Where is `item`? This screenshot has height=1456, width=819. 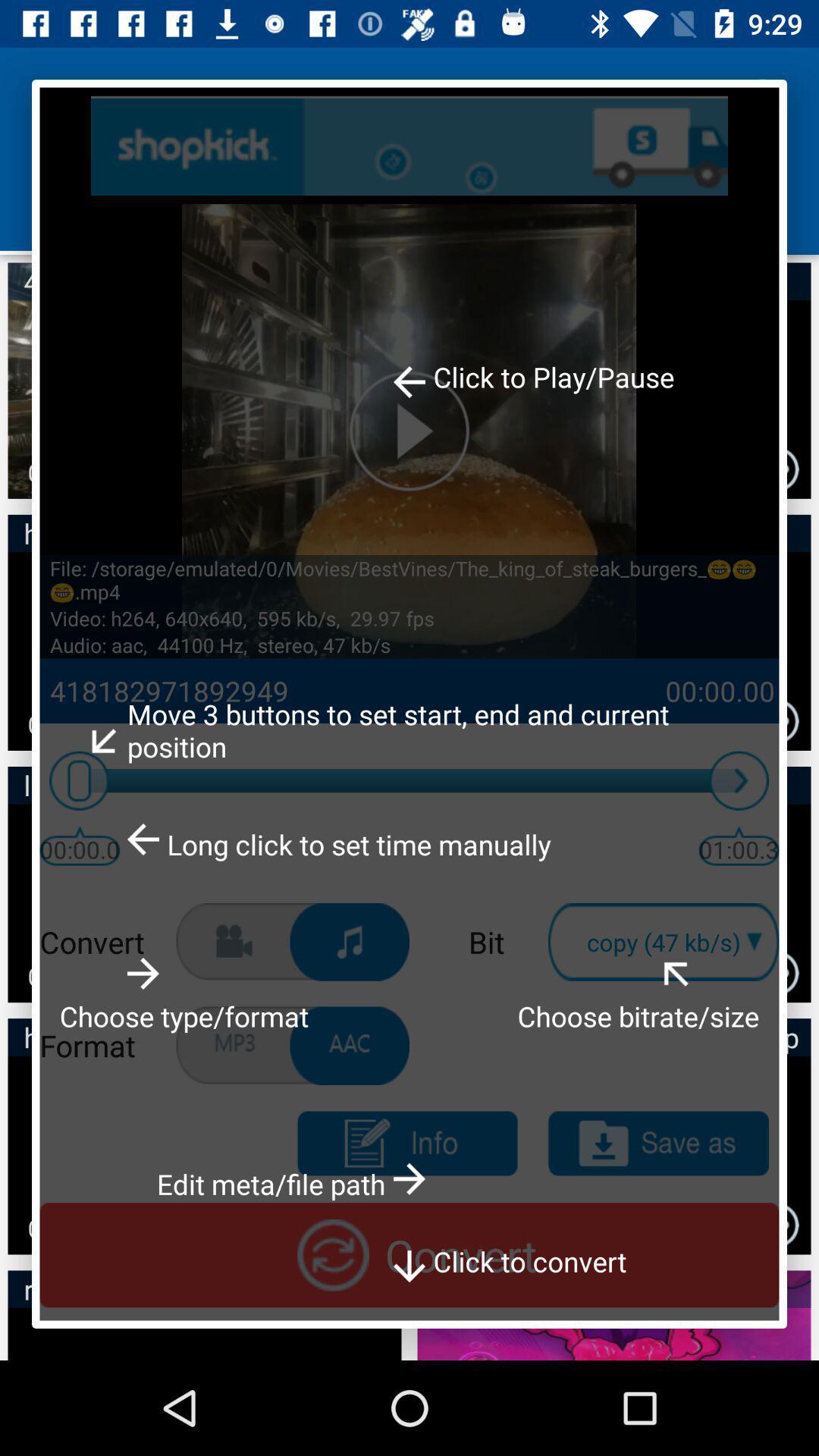
item is located at coordinates (657, 1144).